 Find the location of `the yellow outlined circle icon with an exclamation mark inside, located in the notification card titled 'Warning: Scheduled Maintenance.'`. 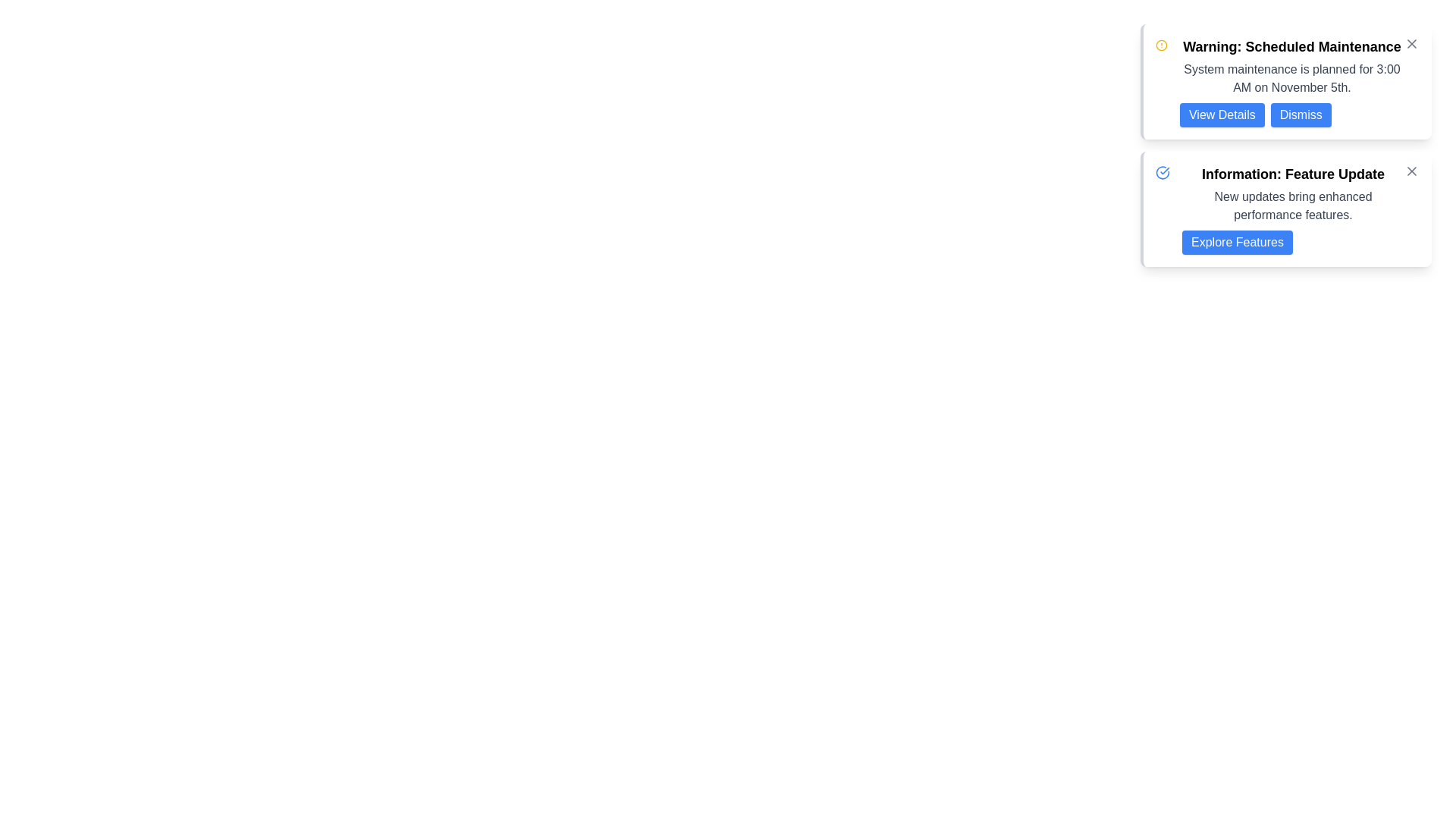

the yellow outlined circle icon with an exclamation mark inside, located in the notification card titled 'Warning: Scheduled Maintenance.' is located at coordinates (1160, 45).